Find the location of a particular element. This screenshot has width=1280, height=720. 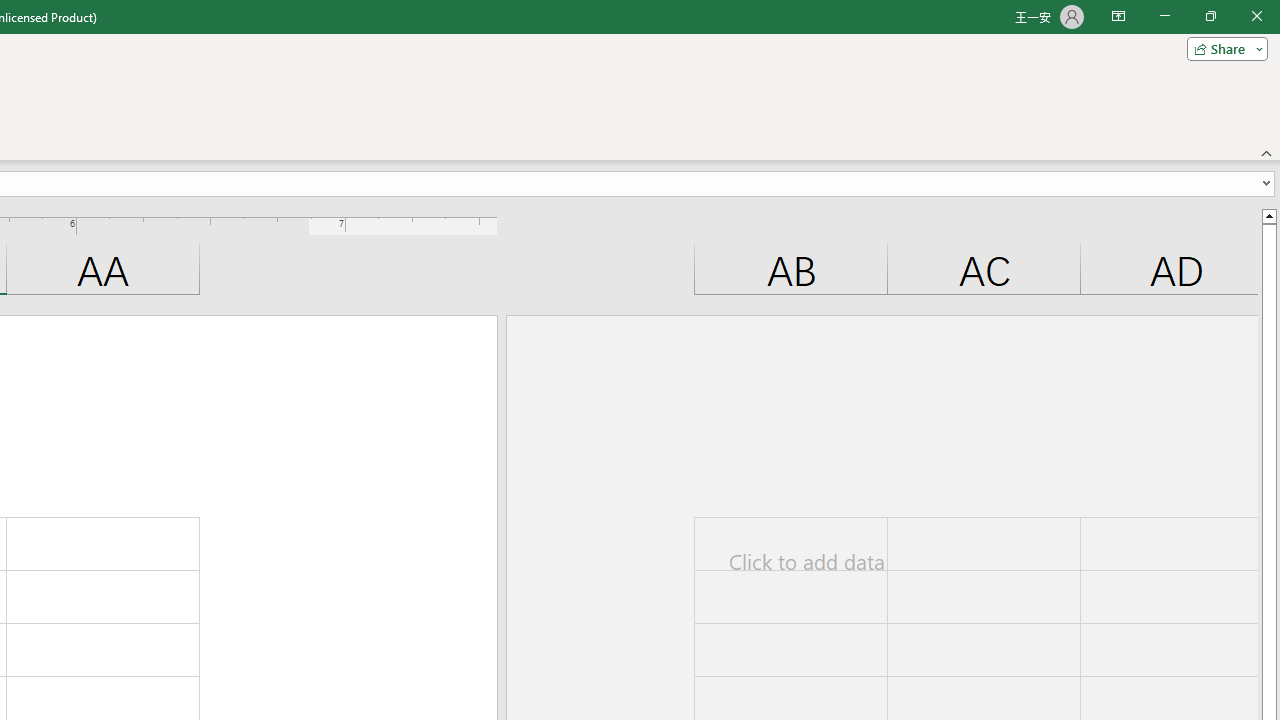

'Ribbon Display Options' is located at coordinates (1117, 16).